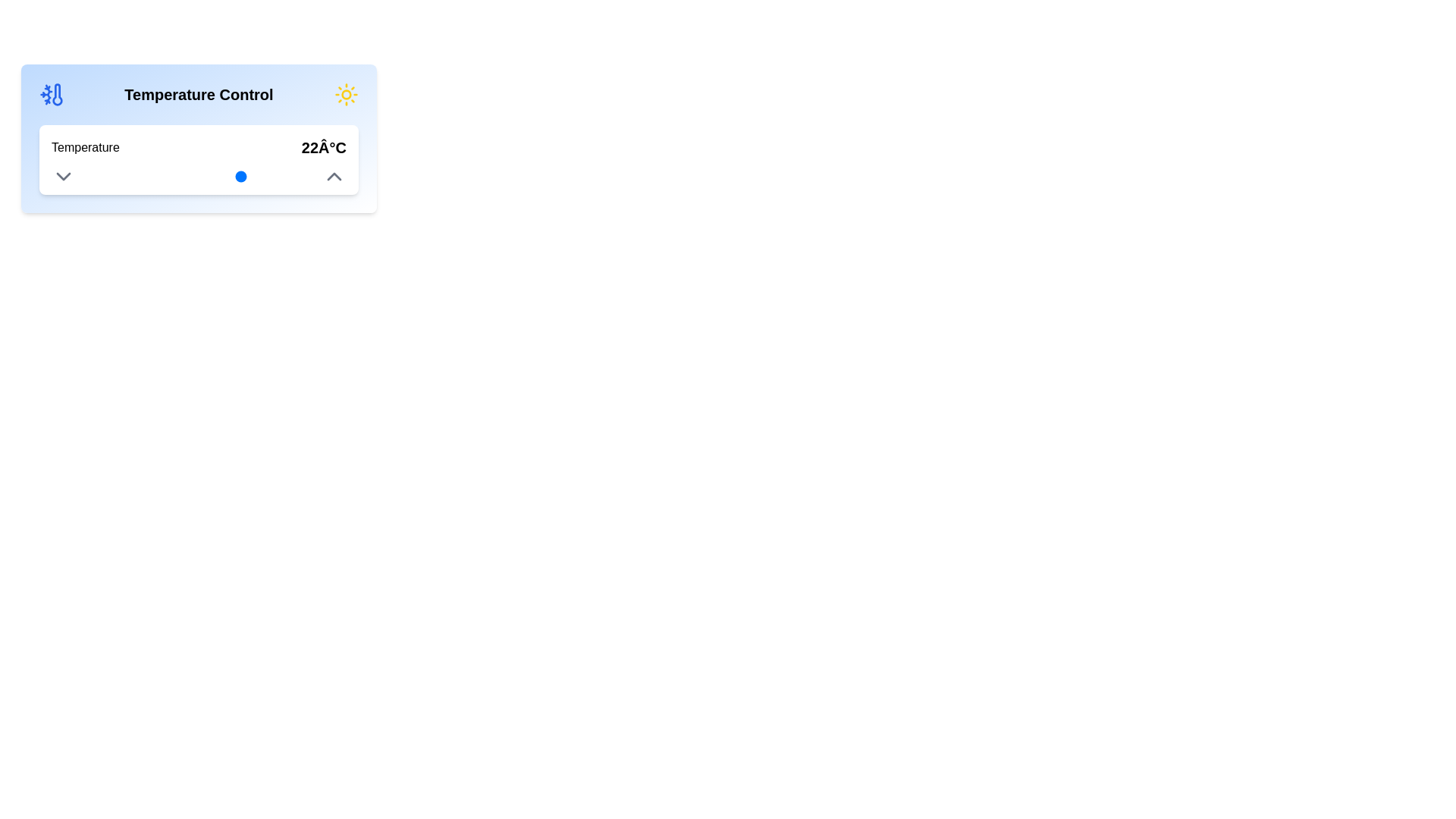 This screenshot has width=1456, height=819. What do you see at coordinates (187, 175) in the screenshot?
I see `the temperature` at bounding box center [187, 175].